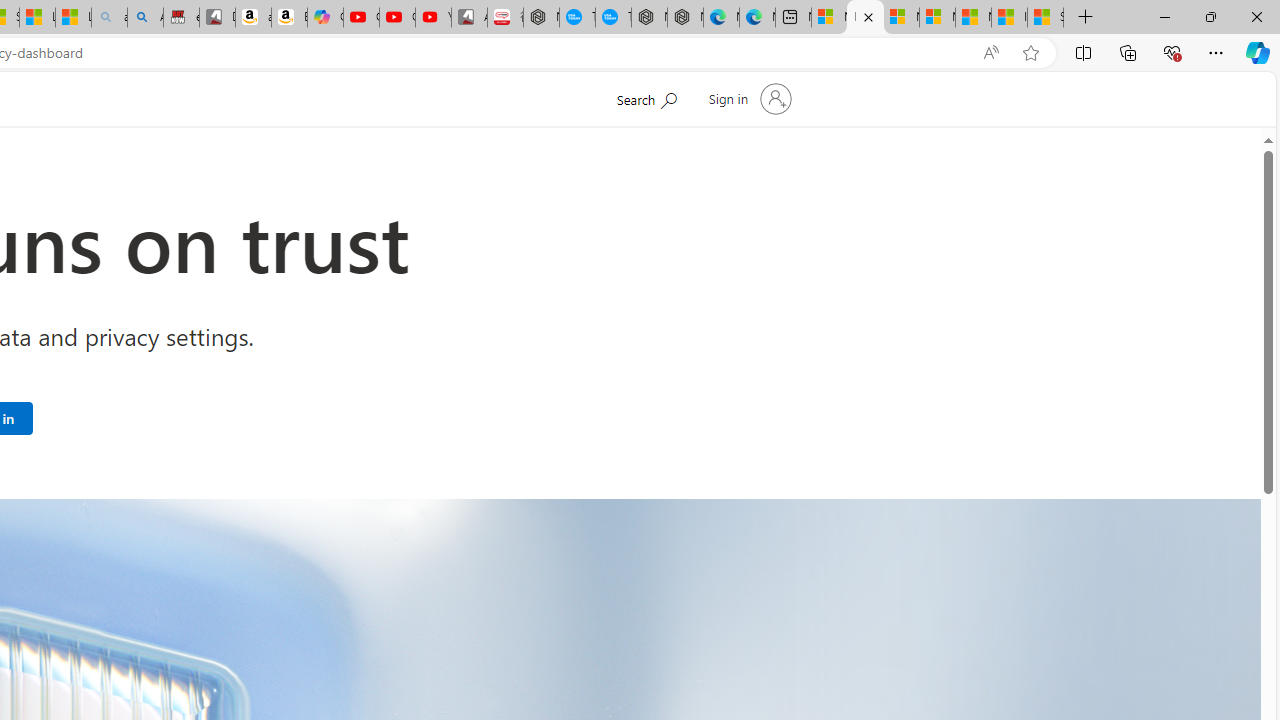 The image size is (1280, 720). What do you see at coordinates (432, 17) in the screenshot?
I see `'YouTube Kids - An App Created for Kids to Explore Content'` at bounding box center [432, 17].